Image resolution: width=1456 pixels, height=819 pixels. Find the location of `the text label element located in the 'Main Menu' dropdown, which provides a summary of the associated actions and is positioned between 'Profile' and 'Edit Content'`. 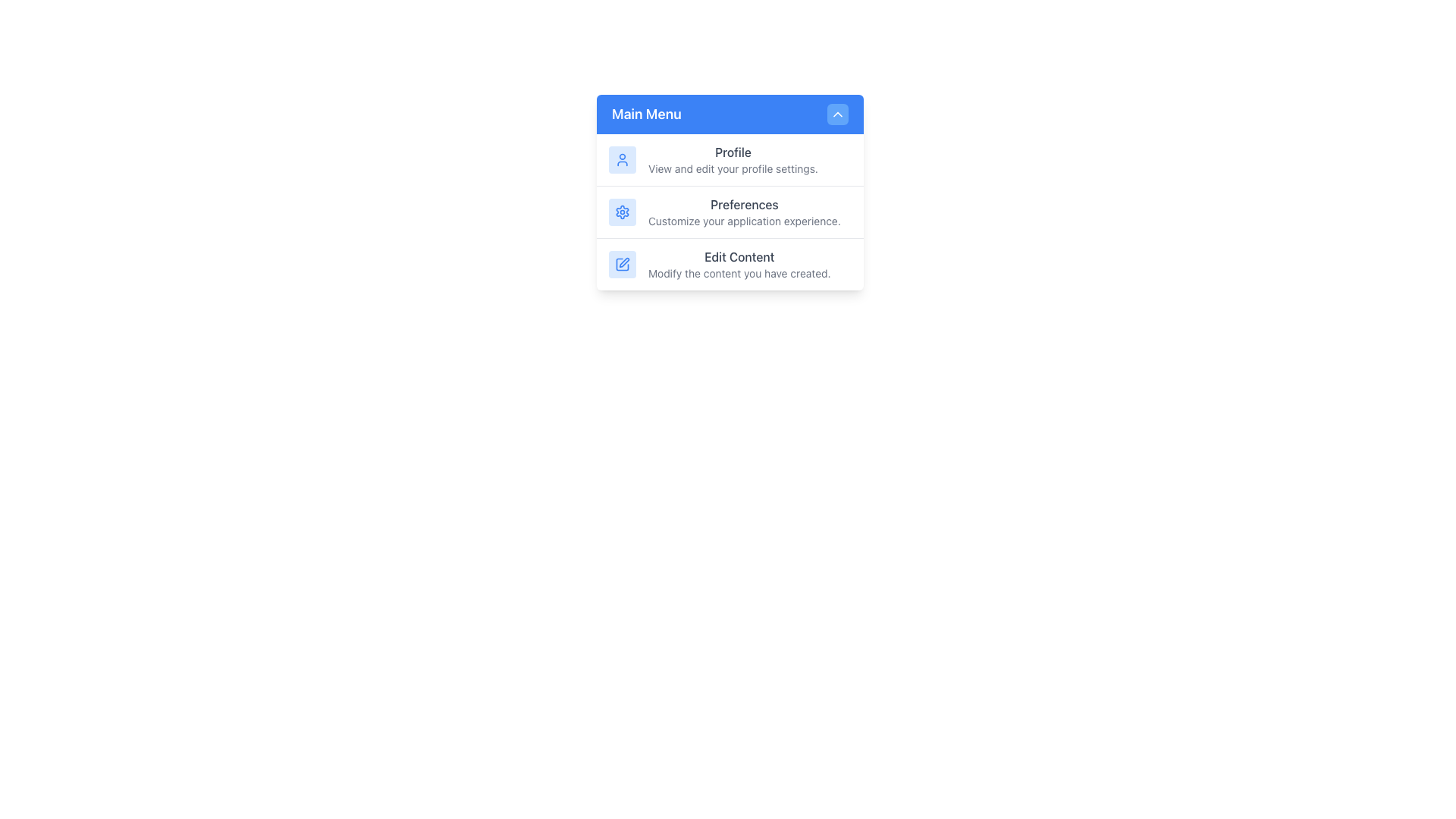

the text label element located in the 'Main Menu' dropdown, which provides a summary of the associated actions and is positioned between 'Profile' and 'Edit Content' is located at coordinates (744, 205).